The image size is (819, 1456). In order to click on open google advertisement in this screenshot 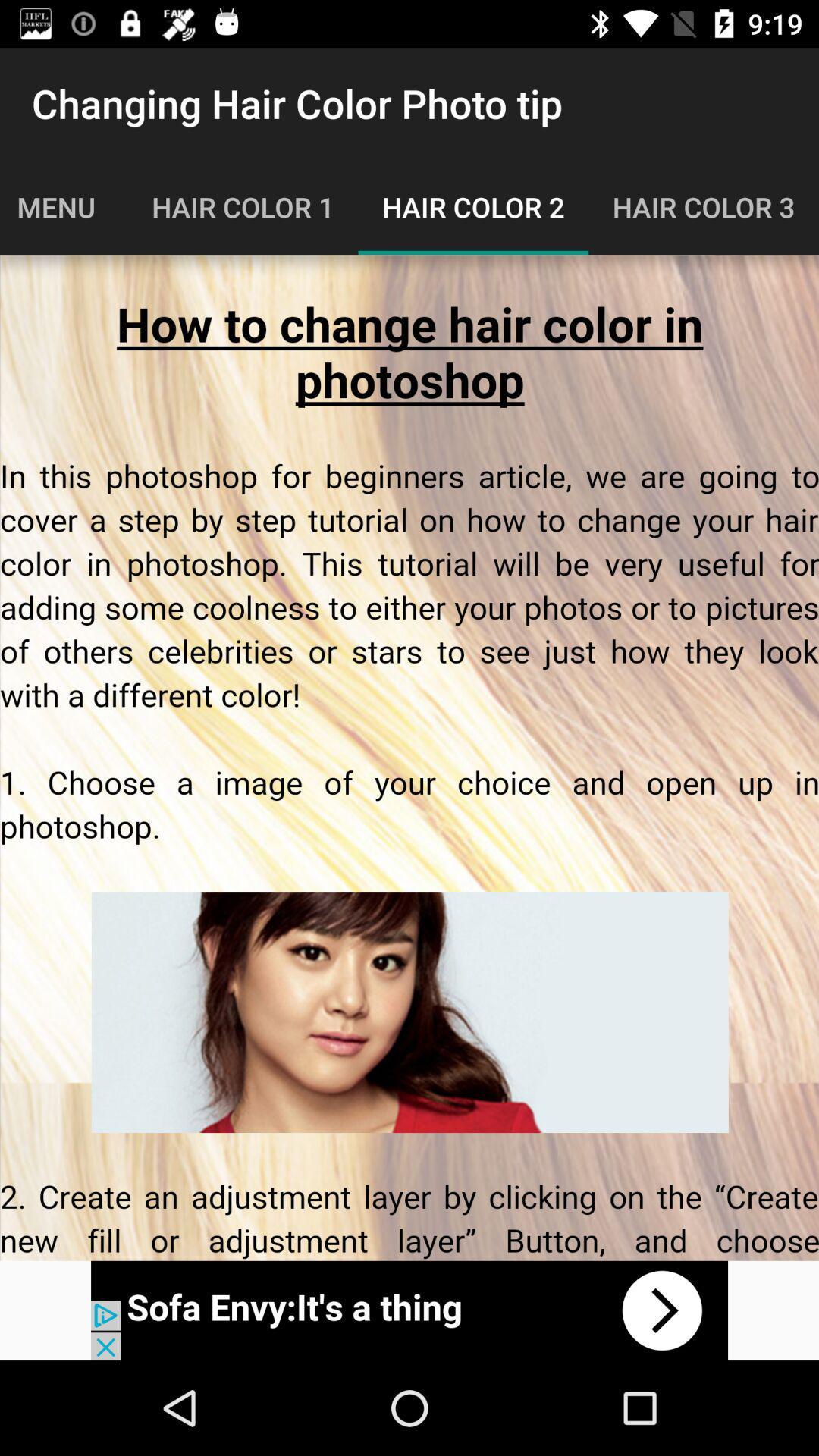, I will do `click(409, 1310)`.